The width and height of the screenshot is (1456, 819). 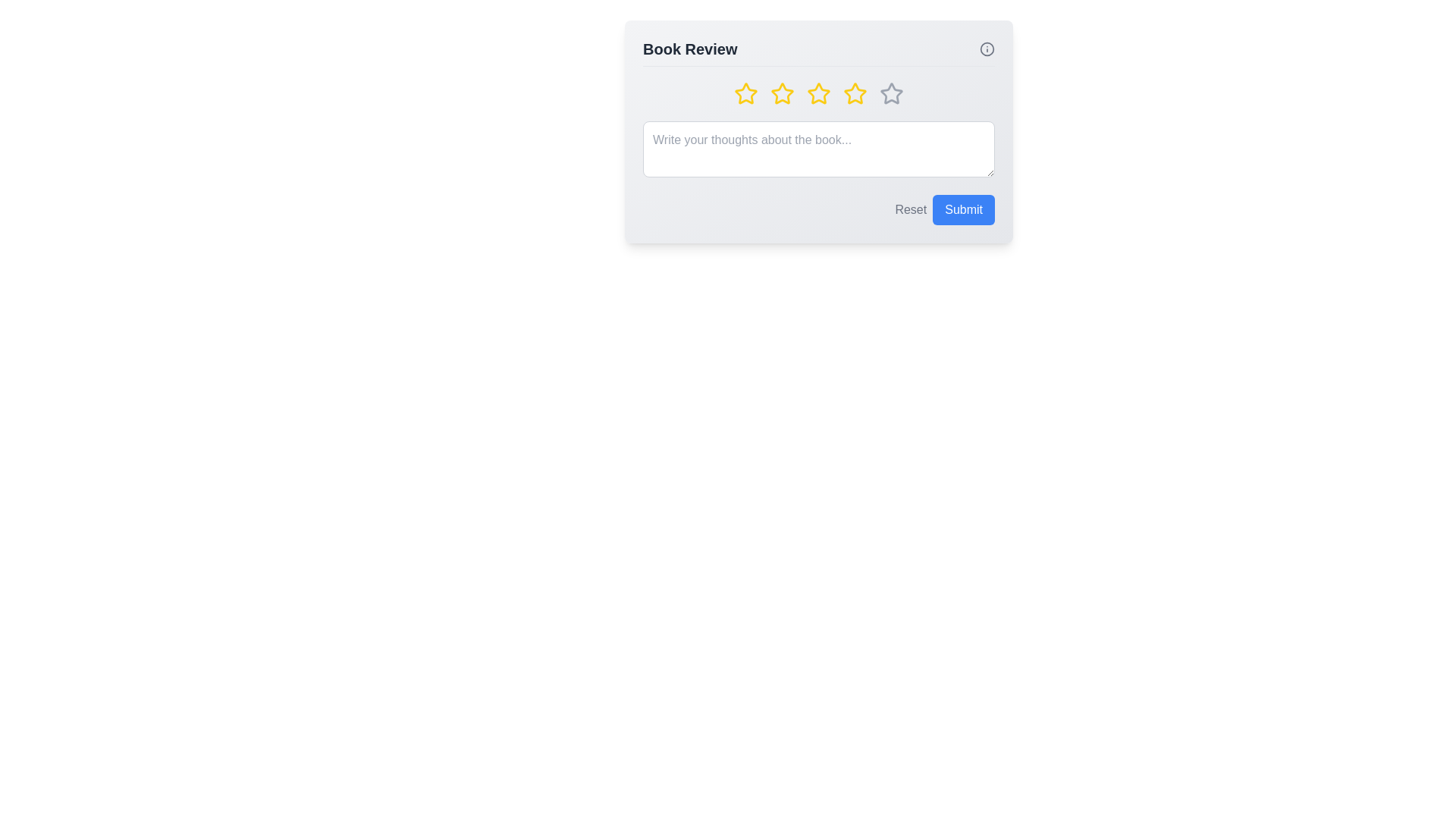 I want to click on the star corresponding to 3 to preview the rating, so click(x=818, y=93).